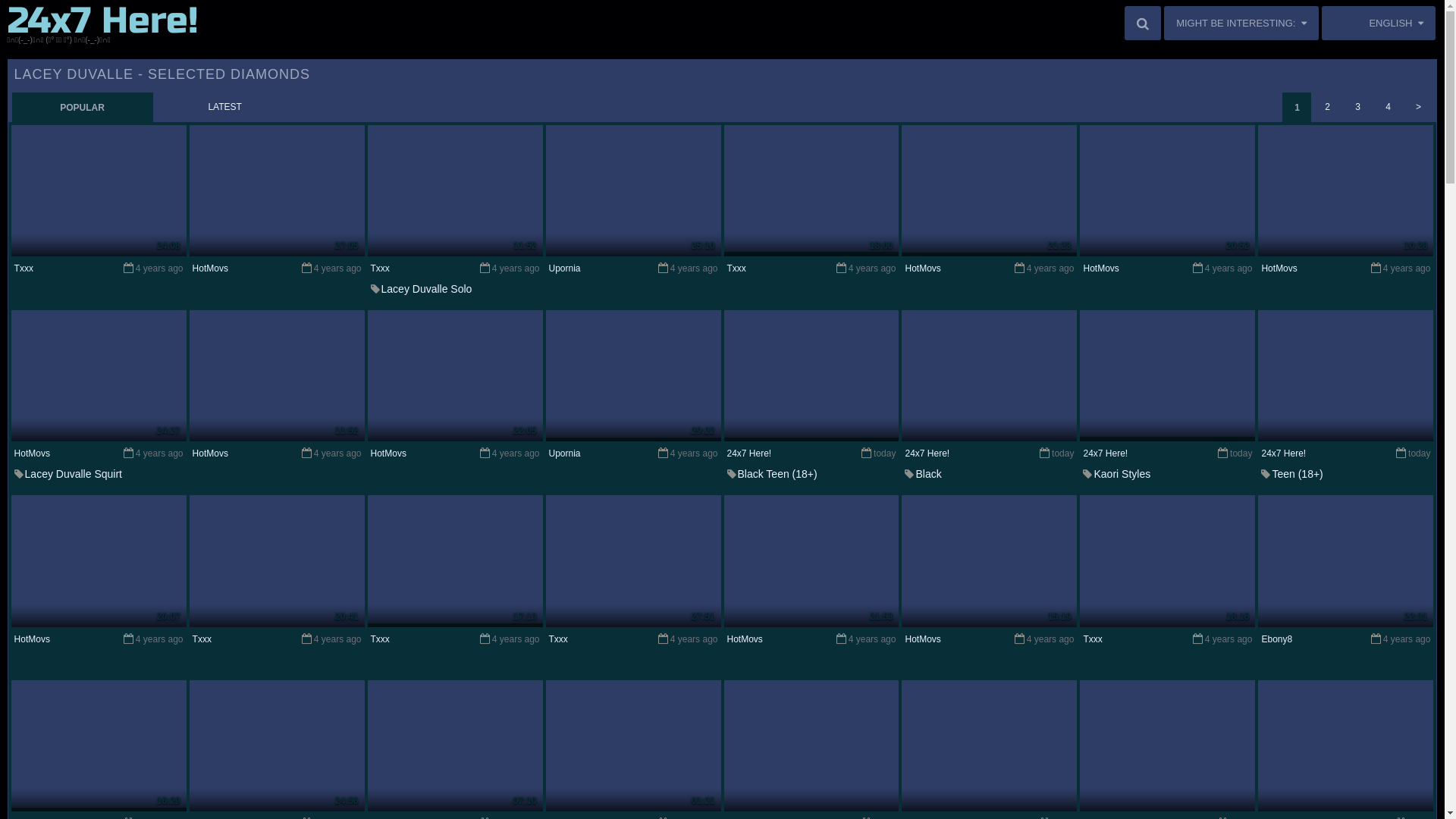  I want to click on 'LATEST', so click(153, 106).